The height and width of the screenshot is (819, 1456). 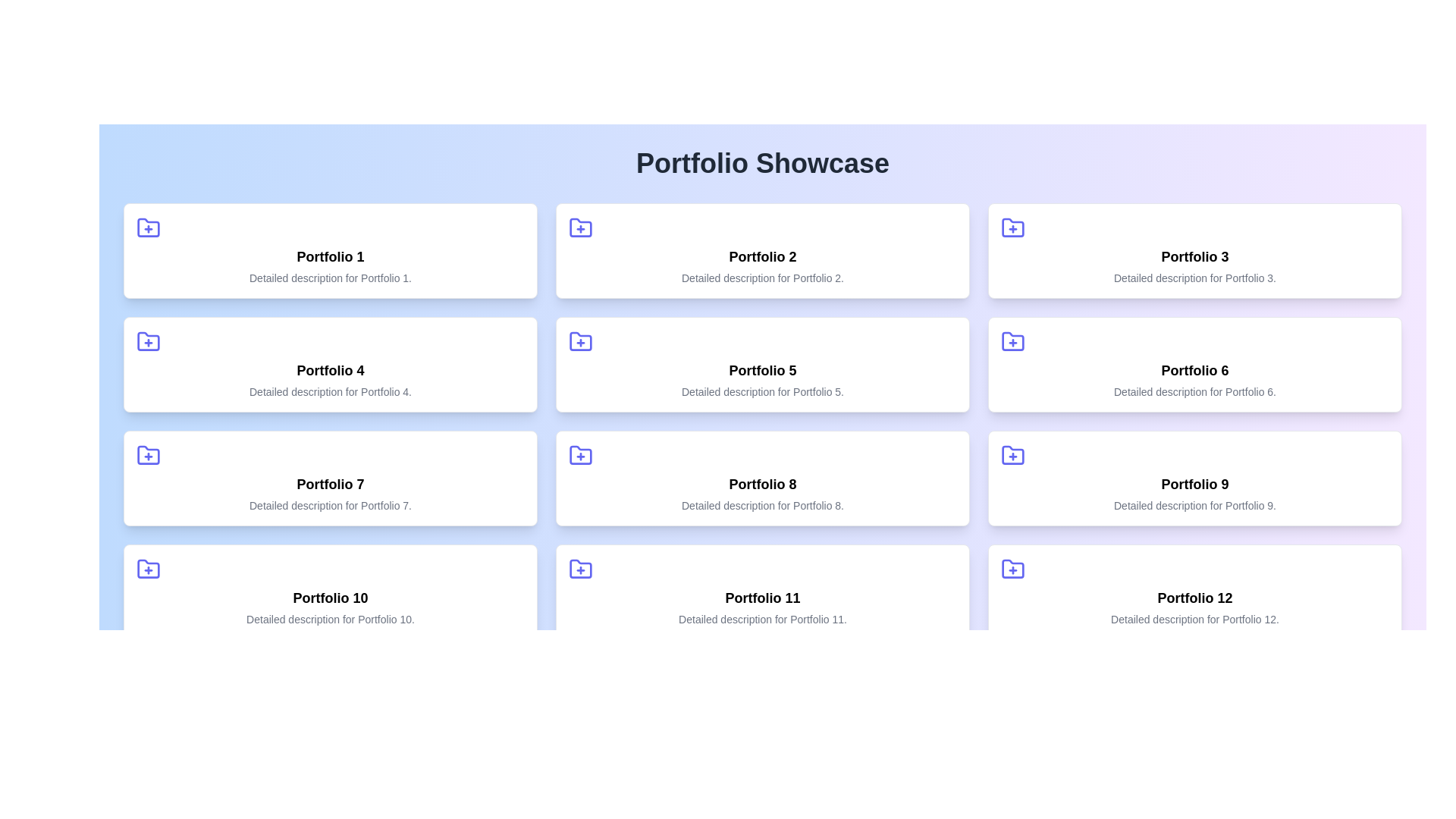 What do you see at coordinates (1012, 568) in the screenshot?
I see `the decorative graphical element of the 'add folder' icon located at the top-left corner of the 'Portfolio 12' card` at bounding box center [1012, 568].